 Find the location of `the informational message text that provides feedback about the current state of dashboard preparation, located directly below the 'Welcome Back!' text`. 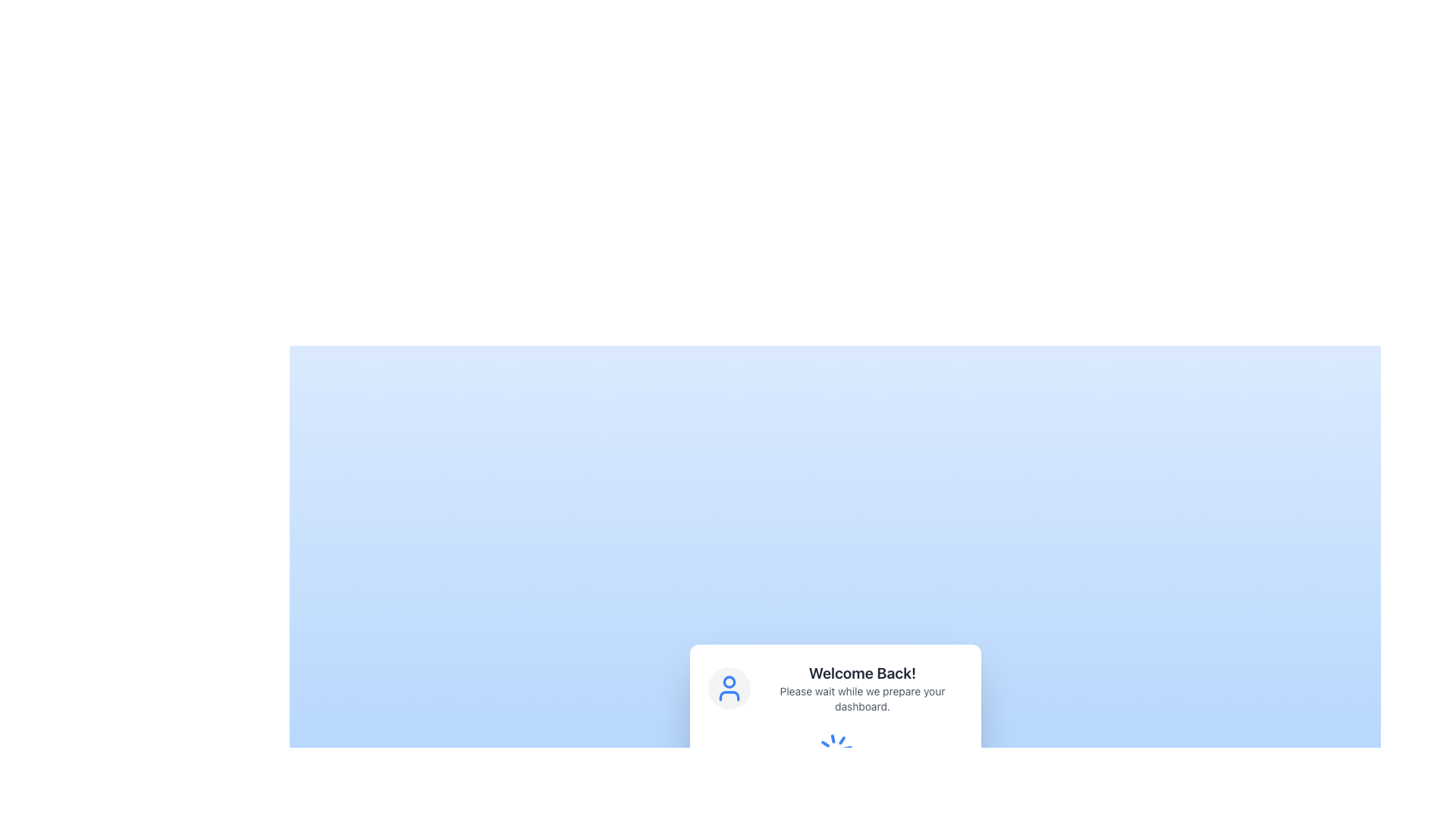

the informational message text that provides feedback about the current state of dashboard preparation, located directly below the 'Welcome Back!' text is located at coordinates (862, 698).